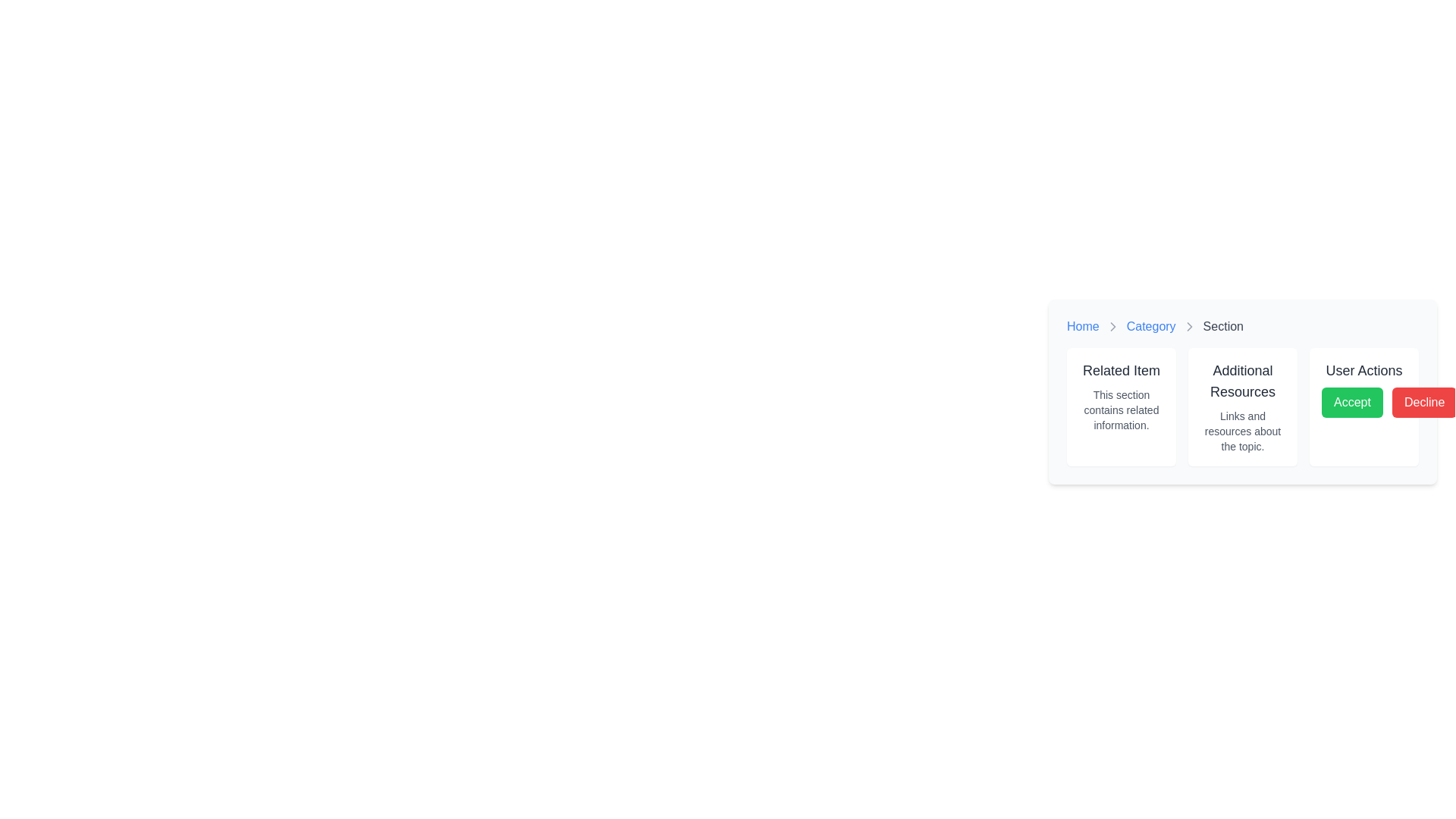 This screenshot has height=819, width=1456. What do you see at coordinates (1151, 326) in the screenshot?
I see `the interactive hyperlink text in the breadcrumb navigation` at bounding box center [1151, 326].